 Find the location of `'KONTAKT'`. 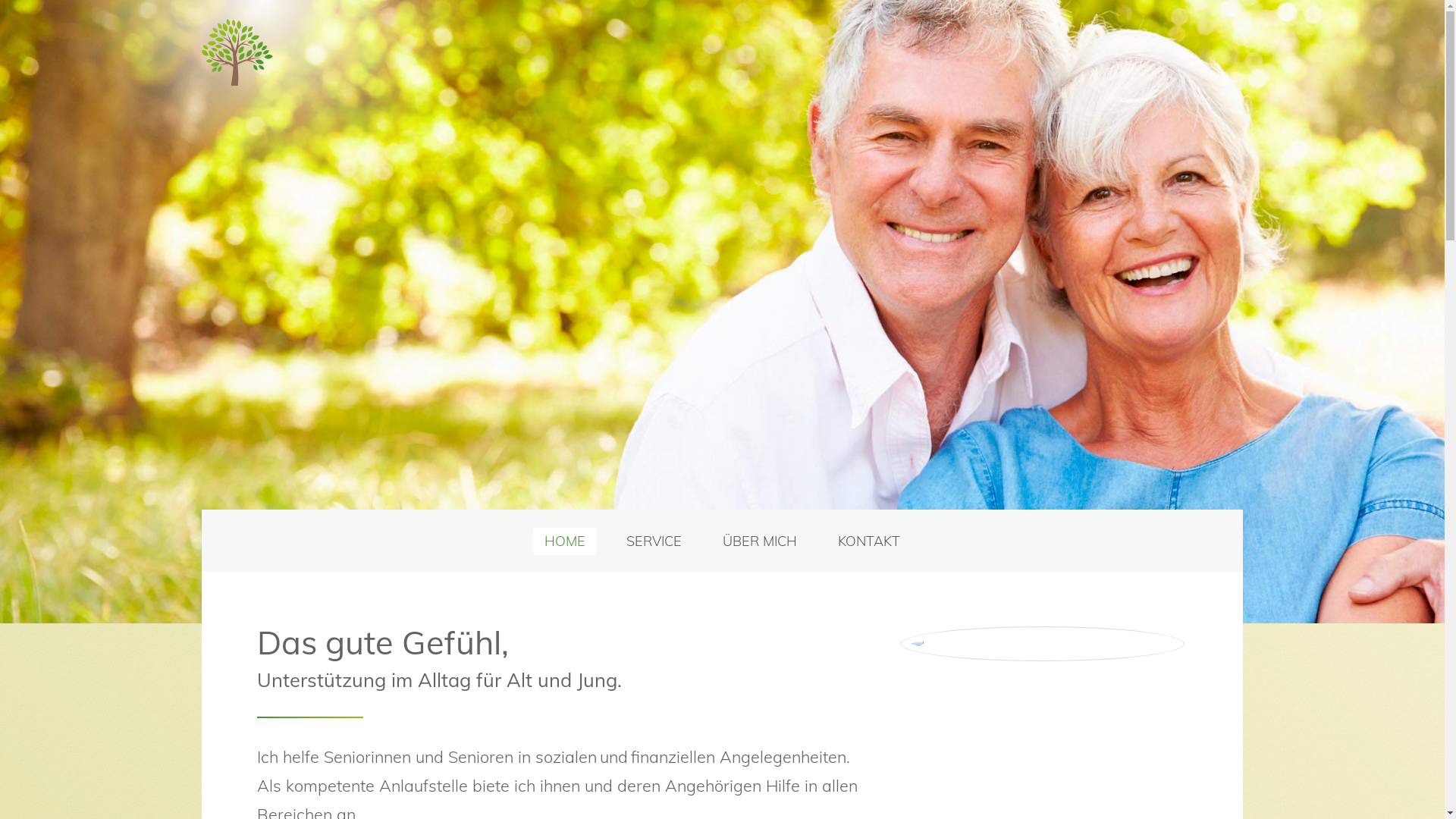

'KONTAKT' is located at coordinates (825, 540).